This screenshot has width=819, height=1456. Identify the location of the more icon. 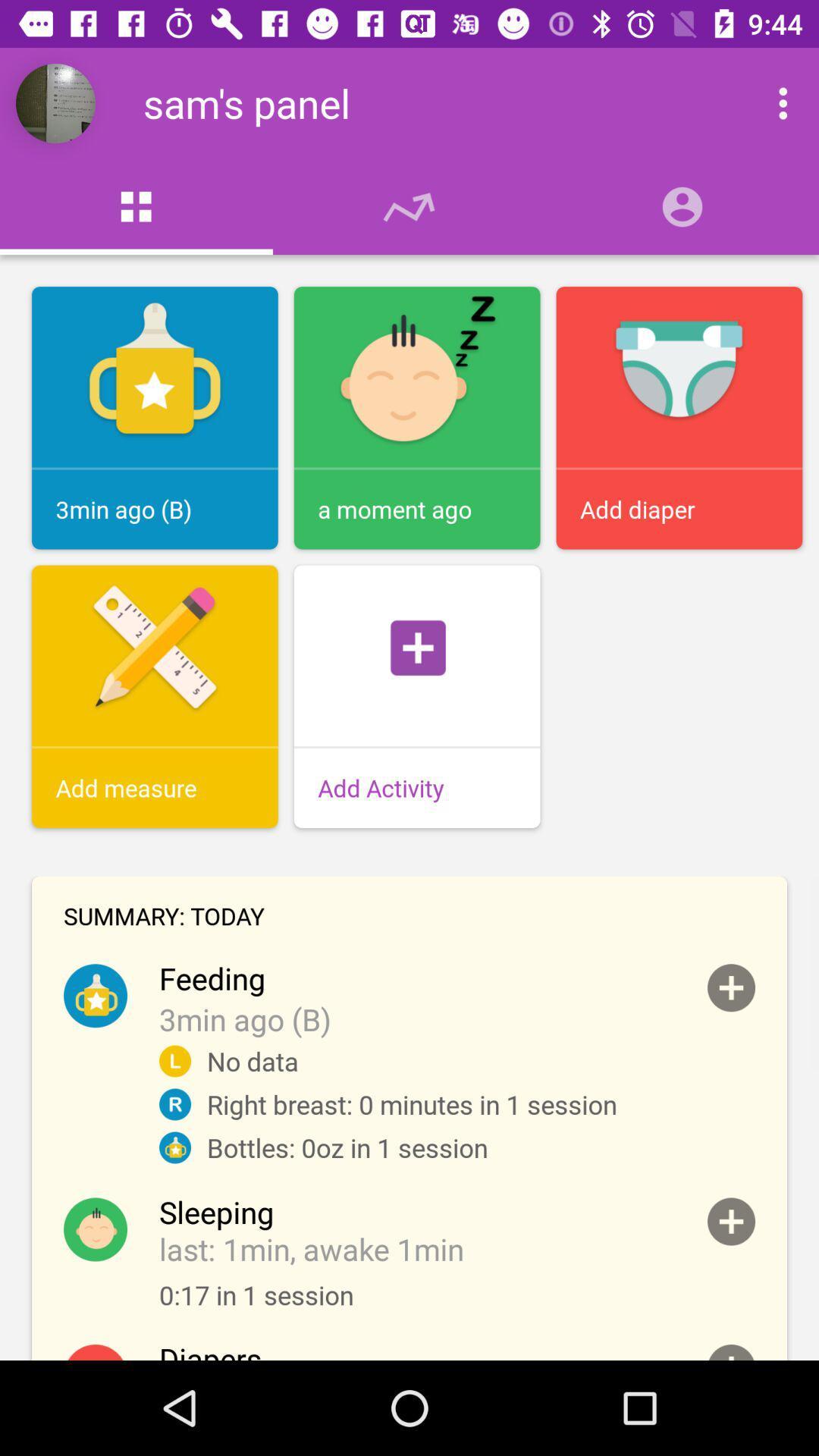
(767, 102).